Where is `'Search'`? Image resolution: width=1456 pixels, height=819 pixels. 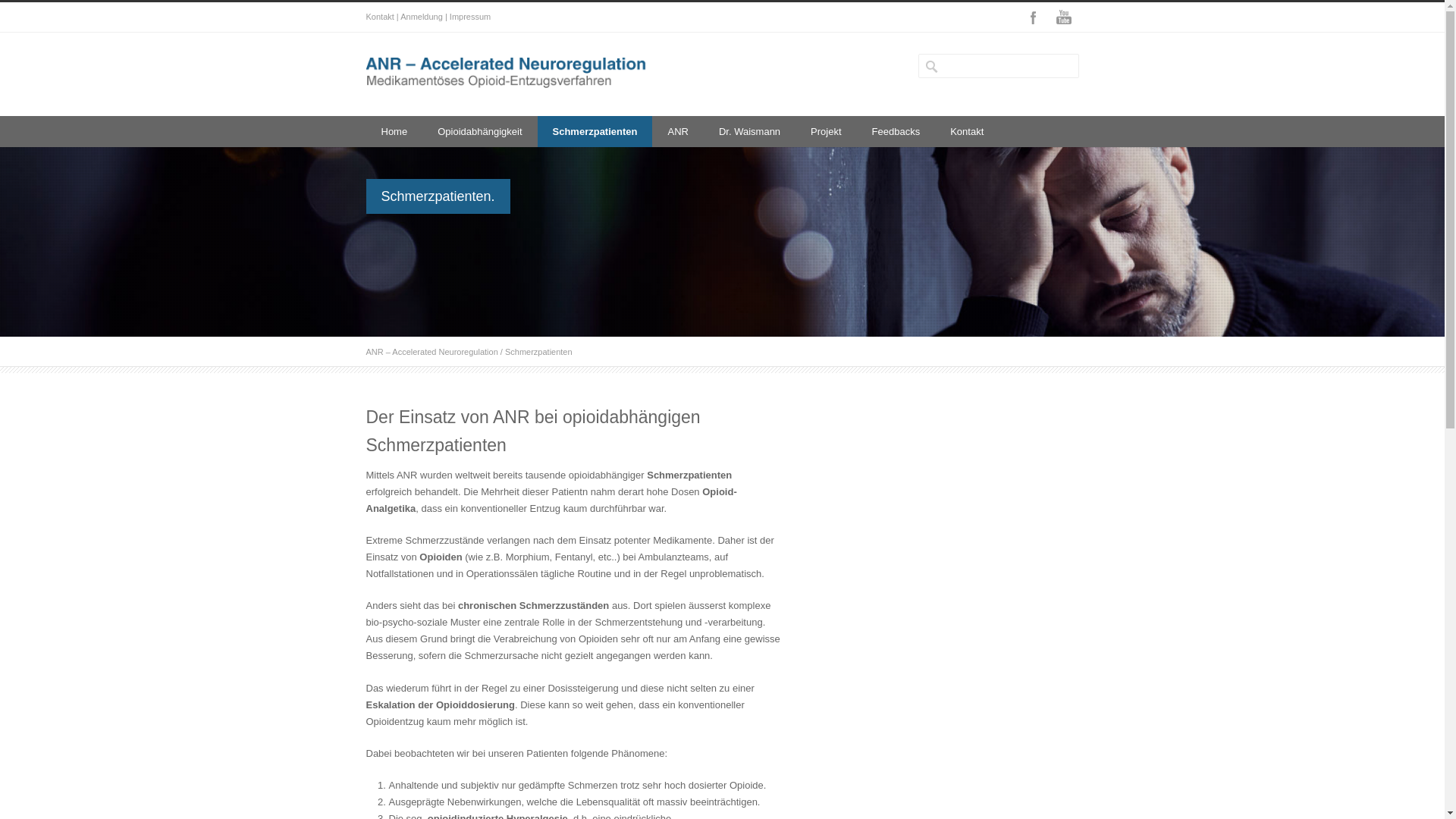
'Search' is located at coordinates (67, 11).